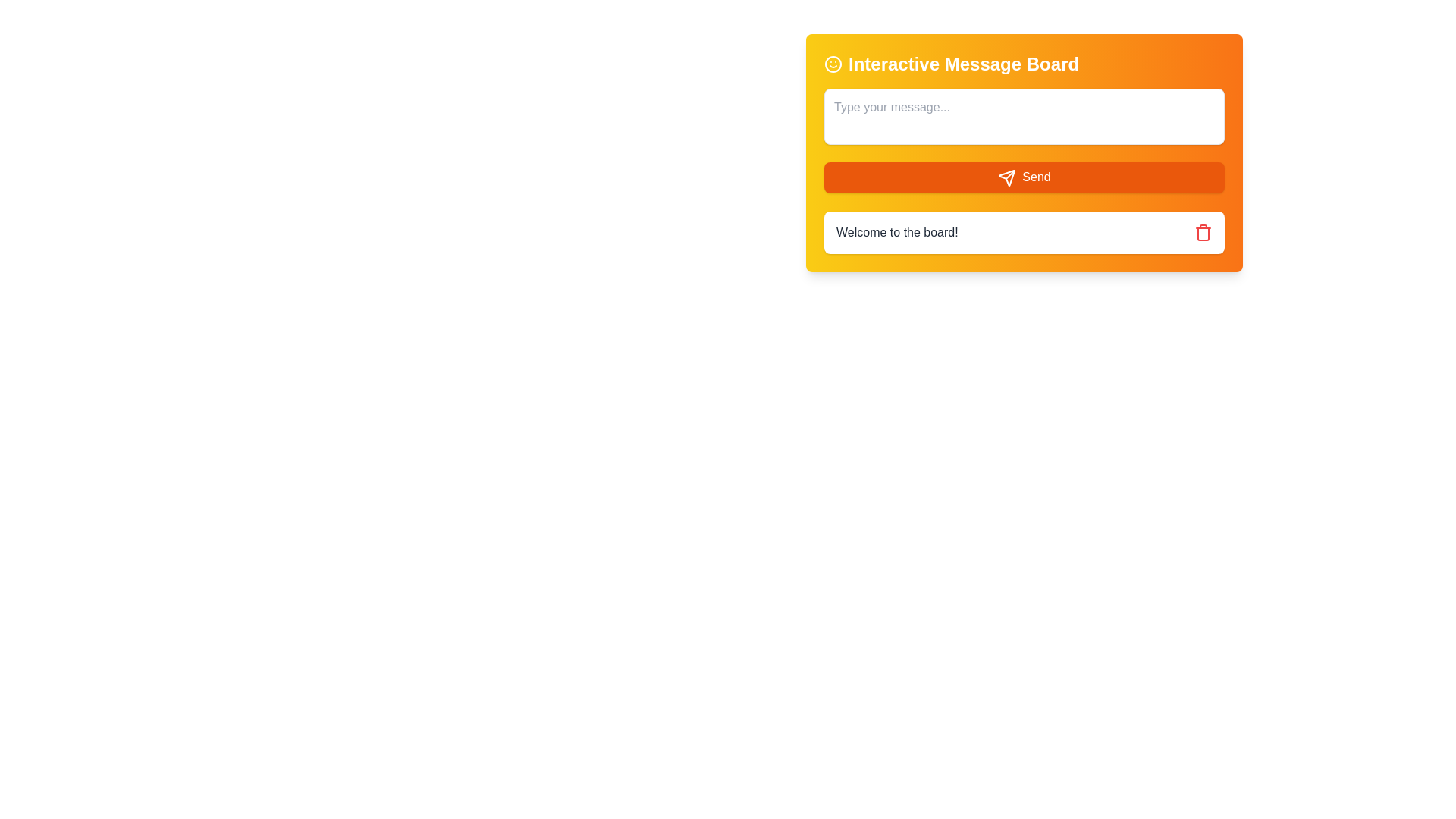 The image size is (1456, 819). Describe the element at coordinates (1024, 63) in the screenshot. I see `the text label that serves as the title for the interactive message board, located at the top of a yellow-to-orange gradient card` at that location.